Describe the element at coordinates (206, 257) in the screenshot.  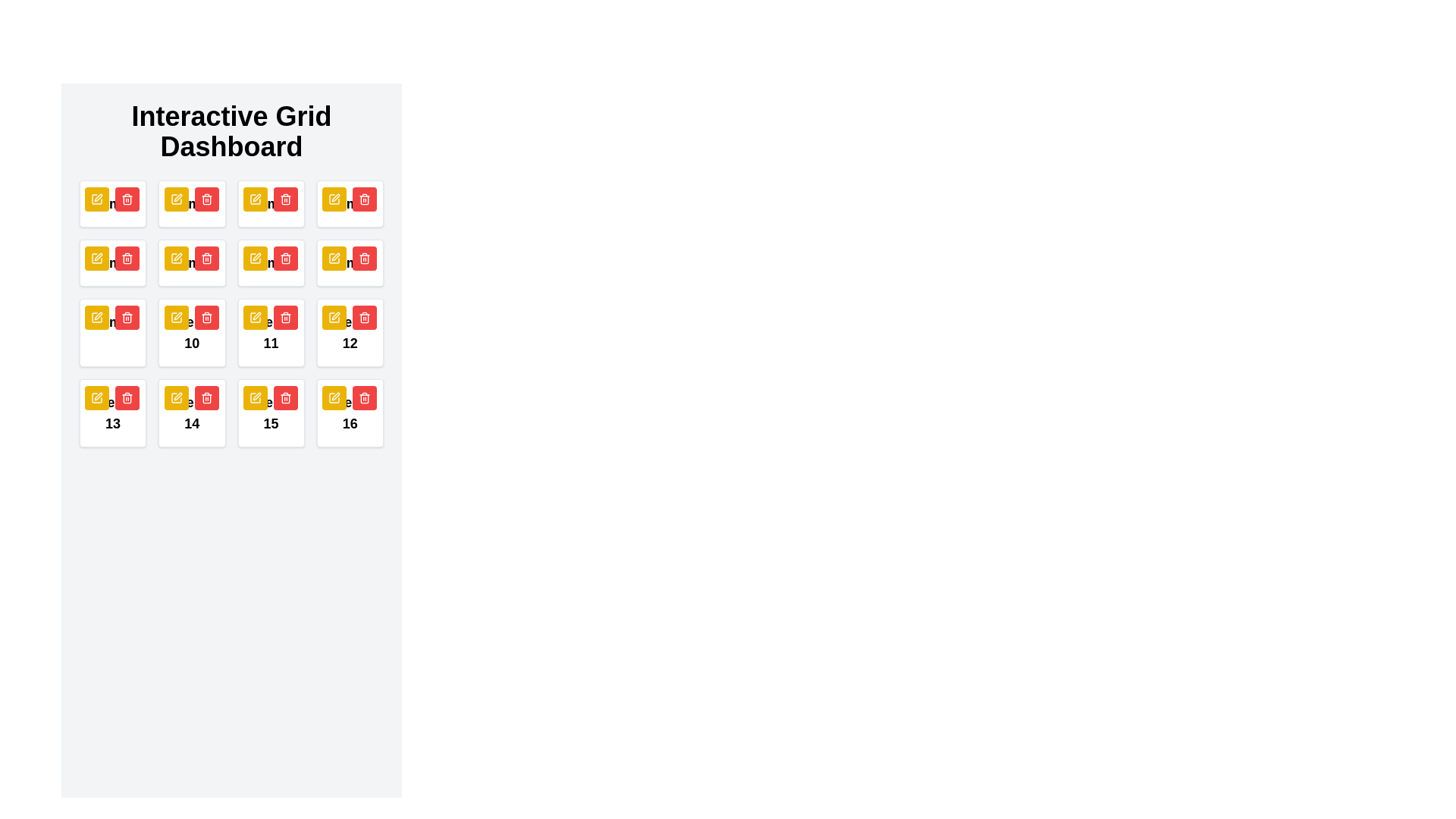
I see `the second interactive button in the top-right corner of the card, which has a trash bin icon for deleting an associated item` at that location.